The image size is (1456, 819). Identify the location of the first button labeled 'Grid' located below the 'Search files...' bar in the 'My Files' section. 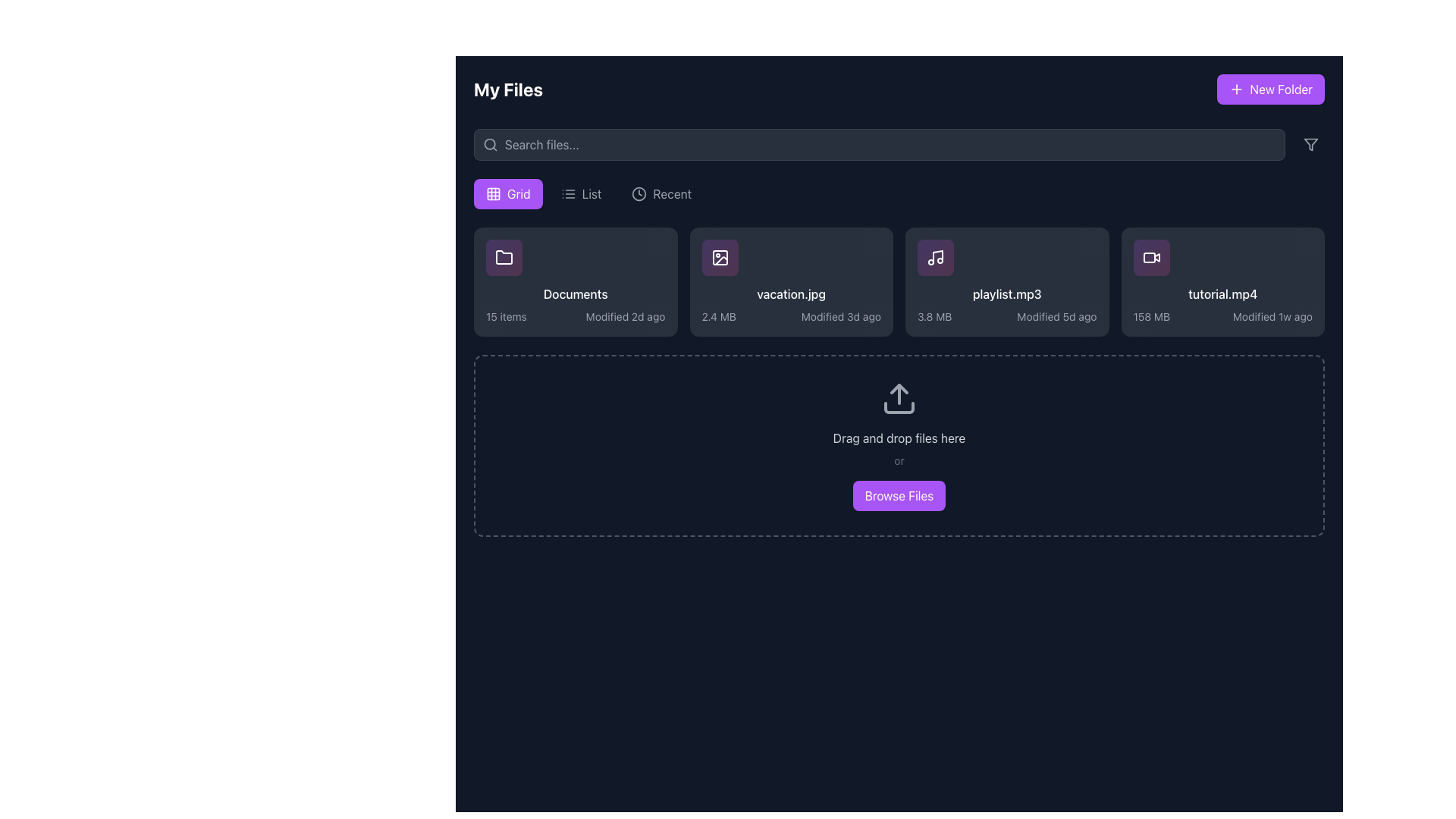
(508, 193).